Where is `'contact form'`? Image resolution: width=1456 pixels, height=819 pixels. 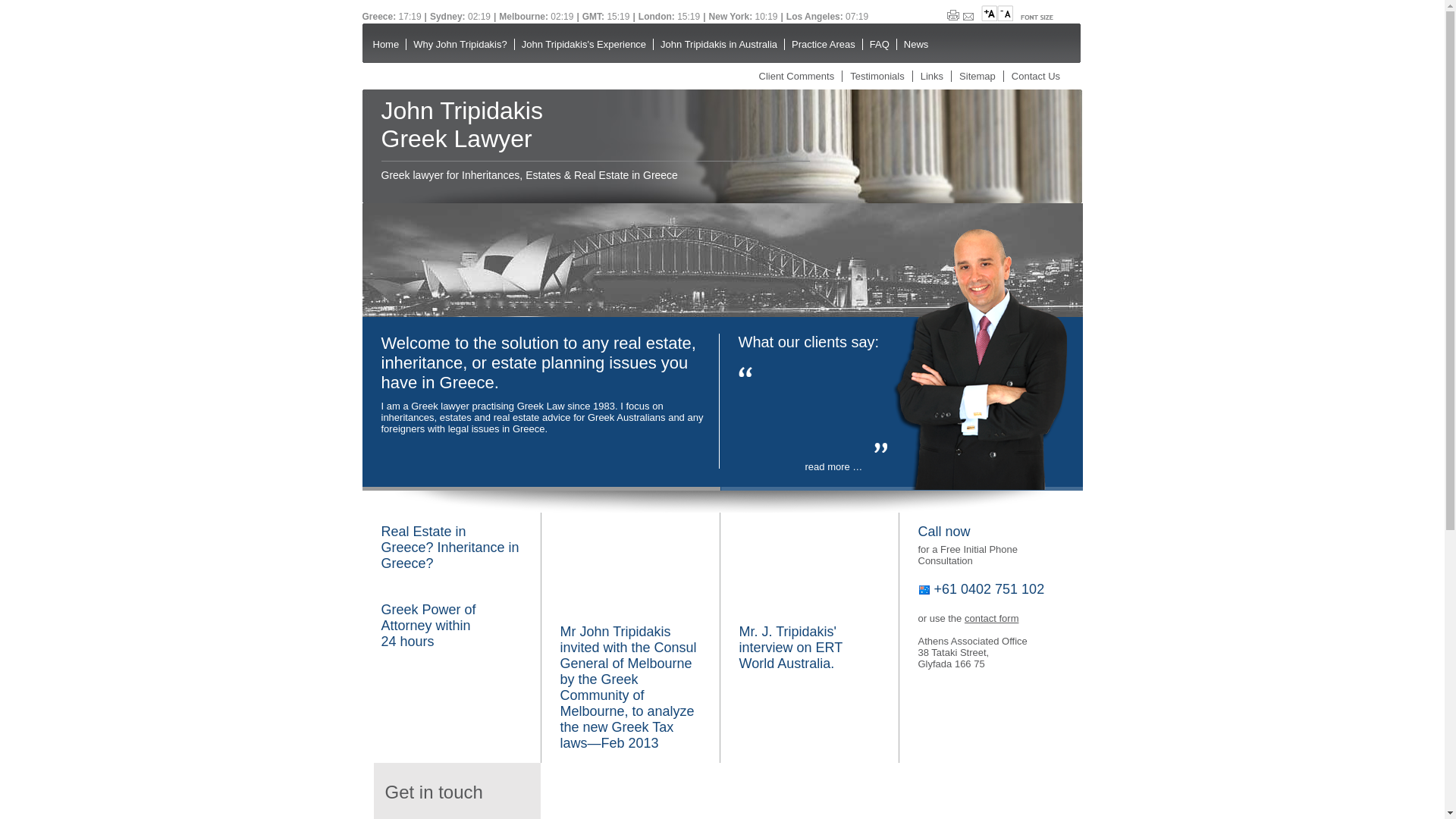 'contact form' is located at coordinates (991, 618).